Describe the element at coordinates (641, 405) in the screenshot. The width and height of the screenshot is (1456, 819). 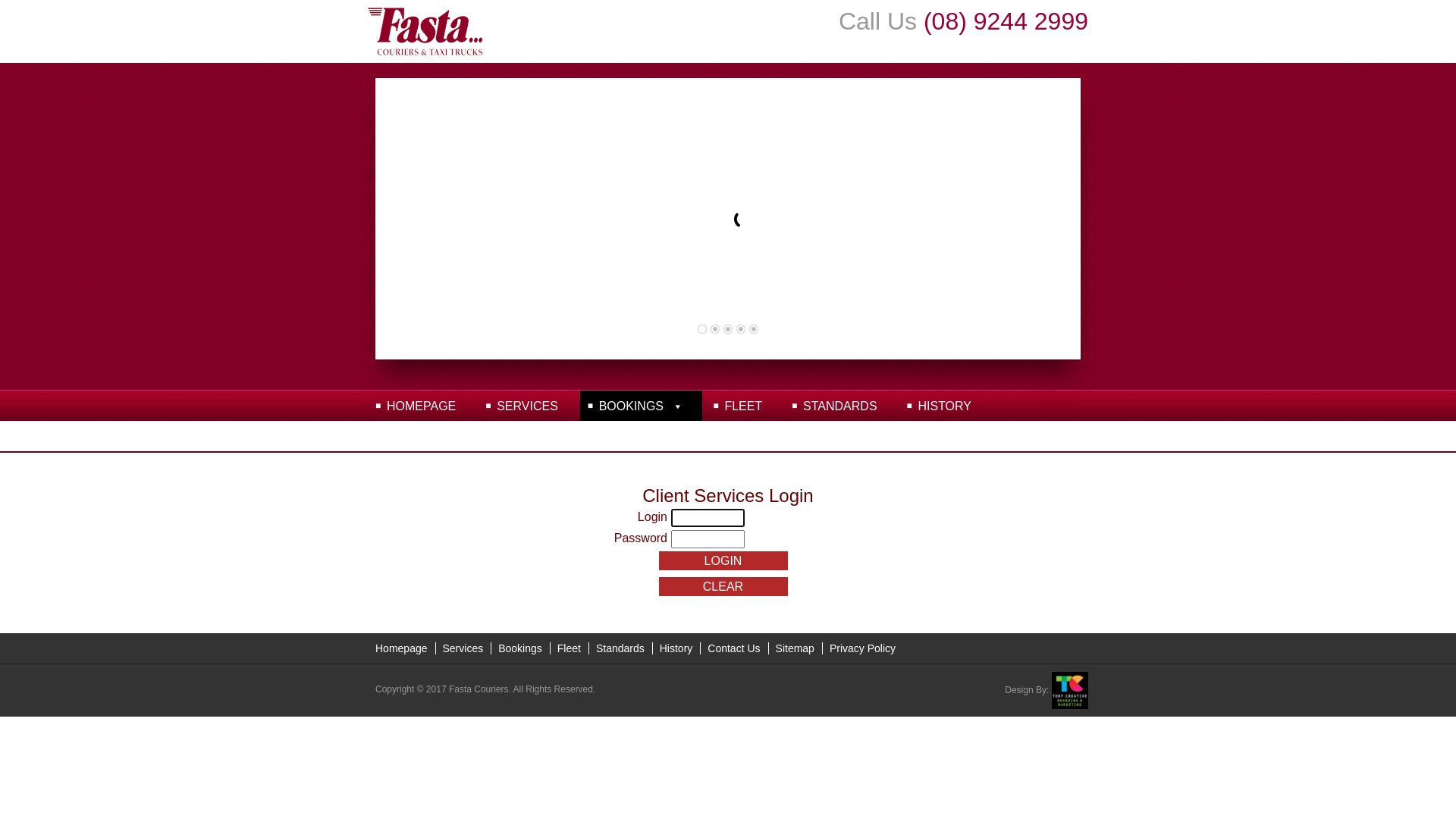
I see `'BOOKINGS'` at that location.